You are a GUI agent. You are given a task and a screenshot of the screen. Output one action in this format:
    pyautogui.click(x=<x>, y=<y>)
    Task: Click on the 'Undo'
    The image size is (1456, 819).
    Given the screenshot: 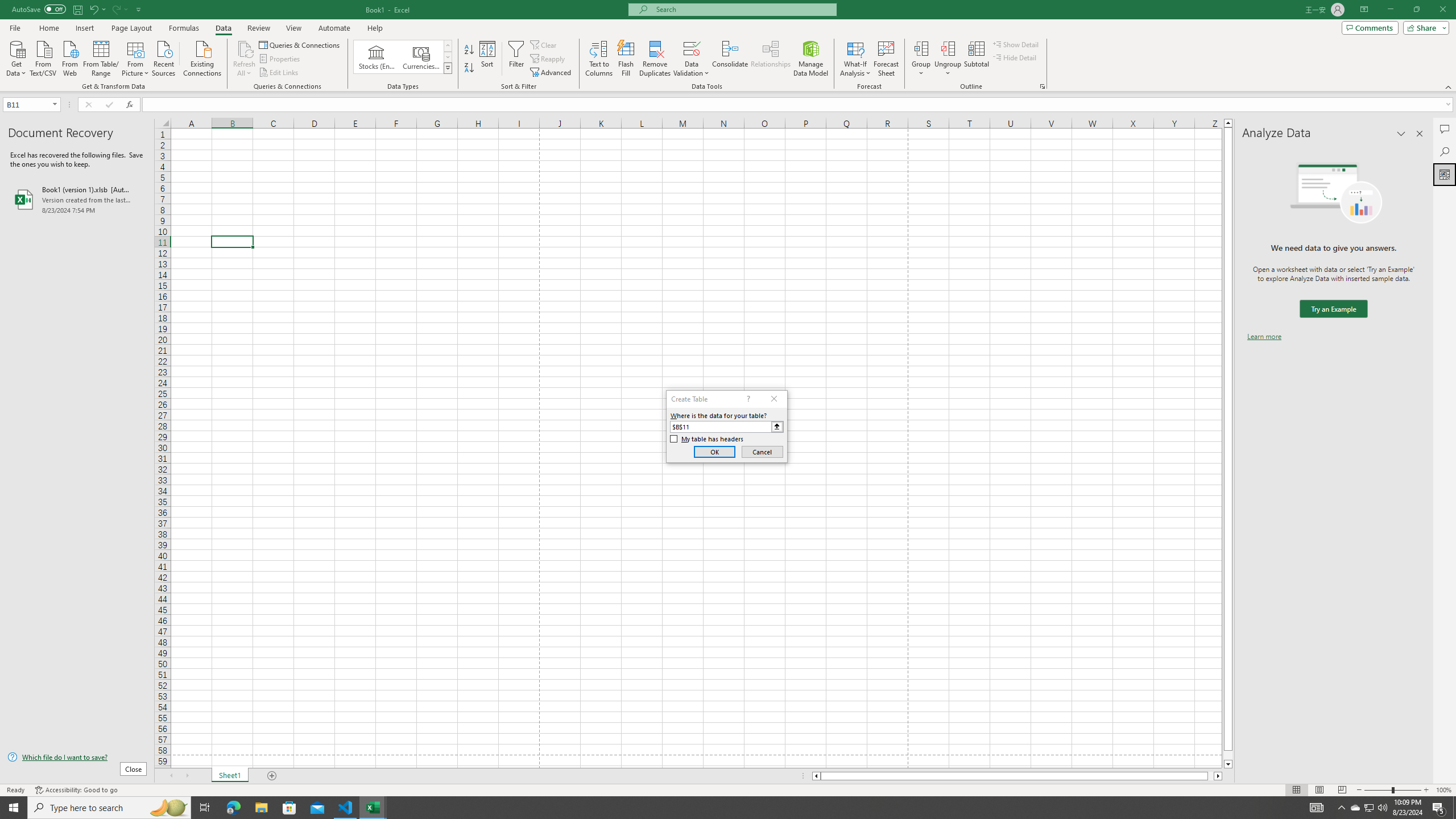 What is the action you would take?
    pyautogui.click(x=97, y=9)
    